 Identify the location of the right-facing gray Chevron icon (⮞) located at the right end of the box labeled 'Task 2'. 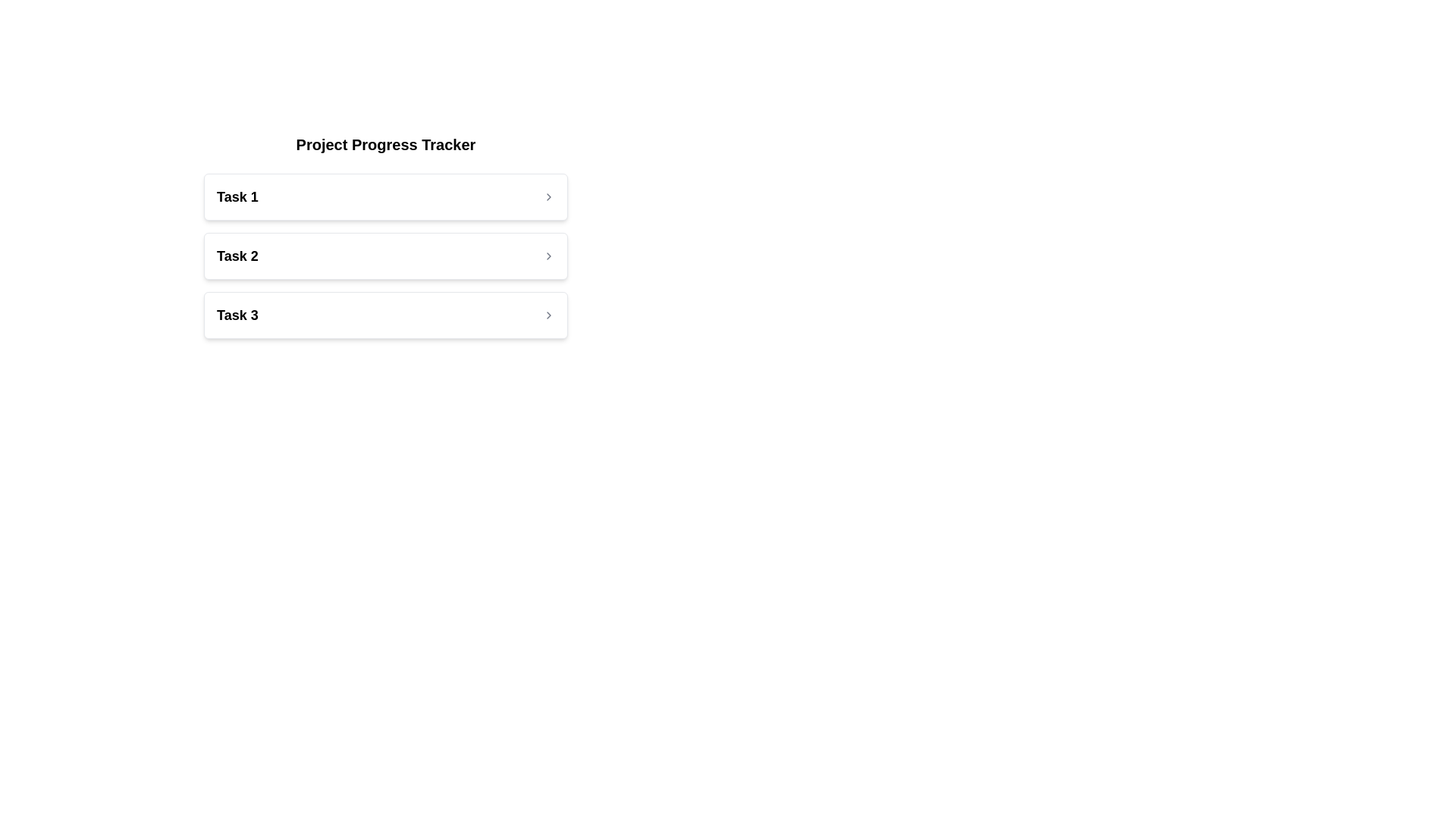
(548, 256).